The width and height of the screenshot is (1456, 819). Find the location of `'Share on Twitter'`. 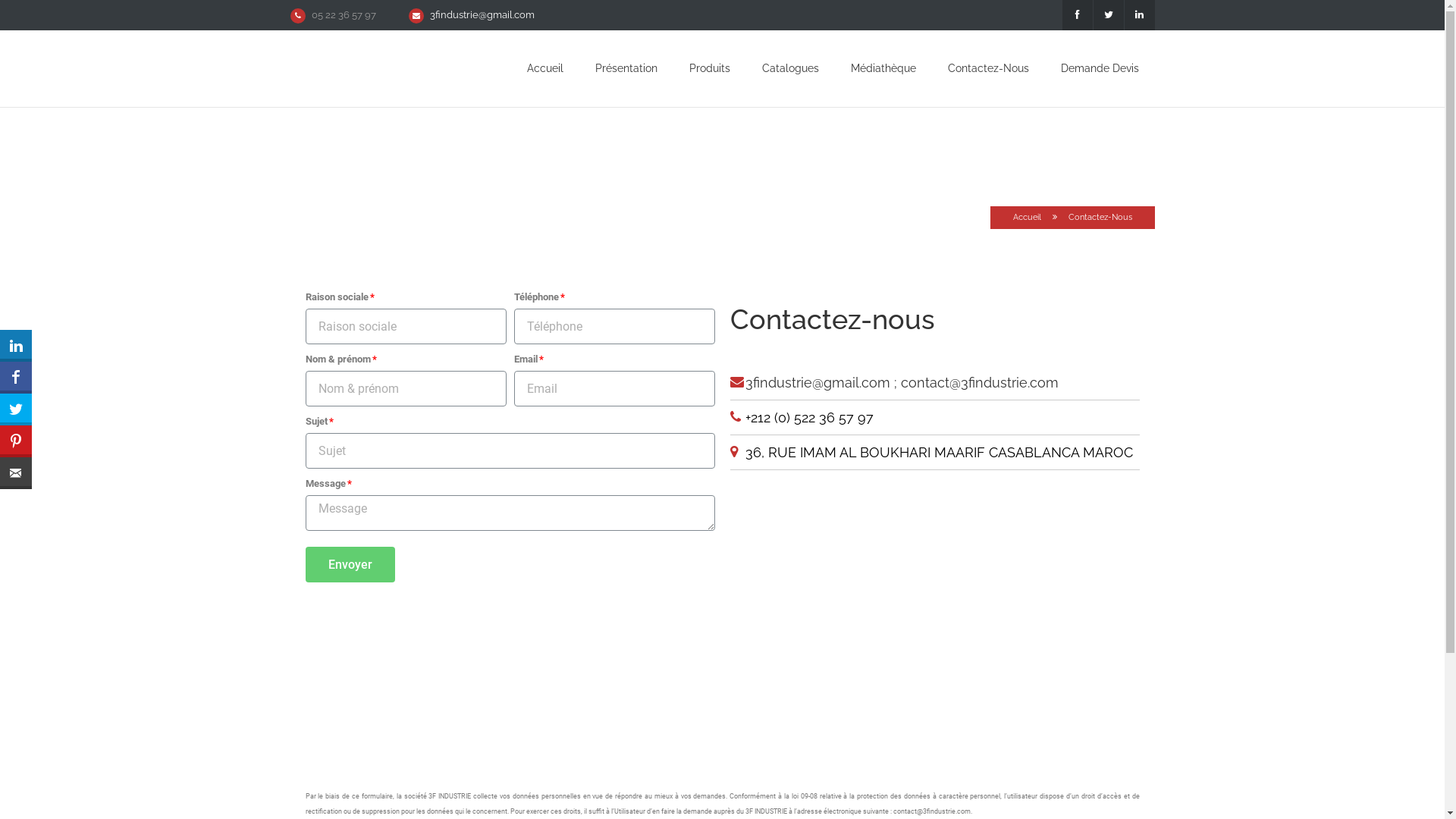

'Share on Twitter' is located at coordinates (15, 409).